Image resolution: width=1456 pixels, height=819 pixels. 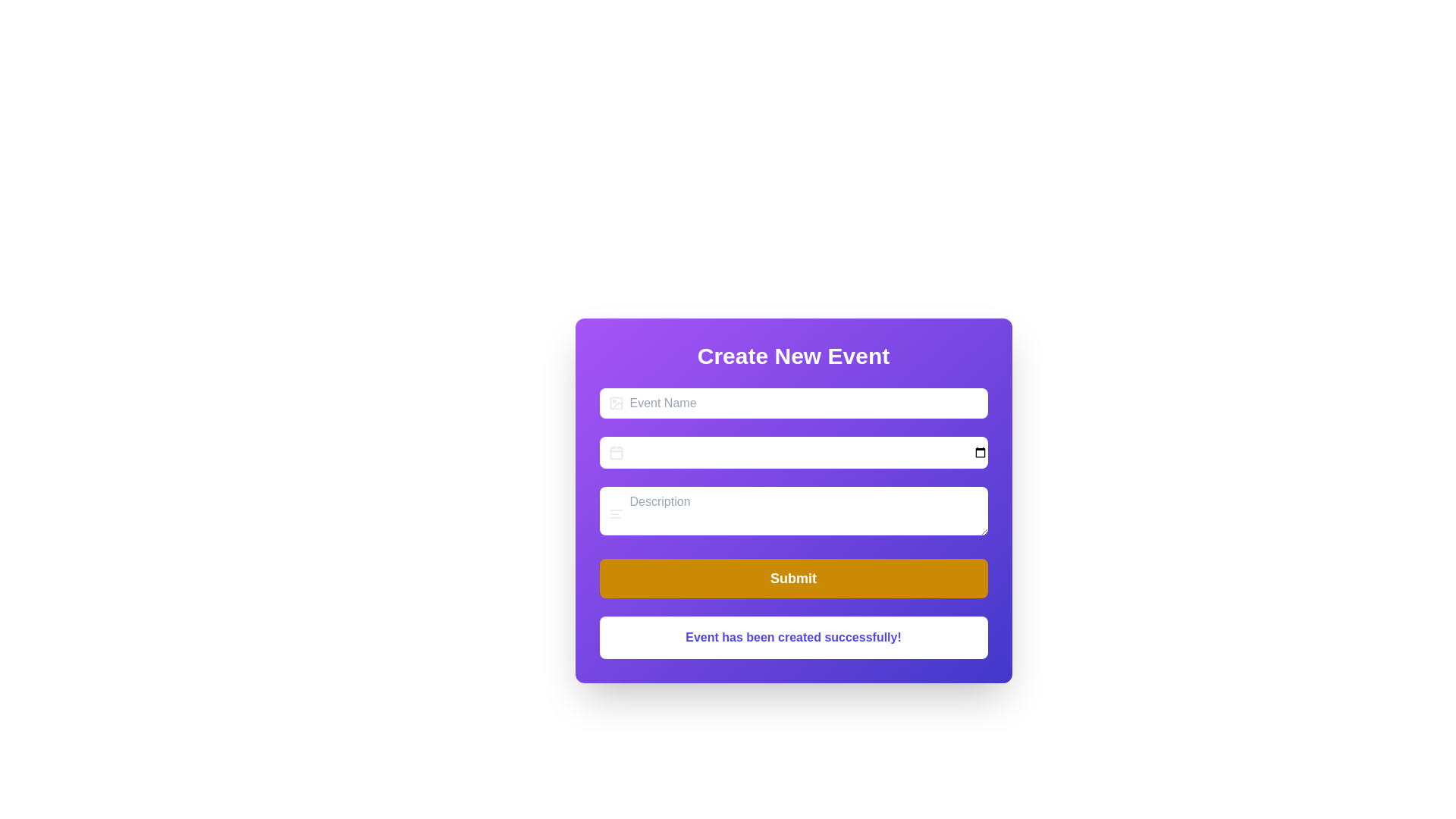 What do you see at coordinates (792, 579) in the screenshot?
I see `the 'Submit' button, which is a rectangular button with rounded corners, vibrant yellow background, and white text, located at the bottom of the form` at bounding box center [792, 579].